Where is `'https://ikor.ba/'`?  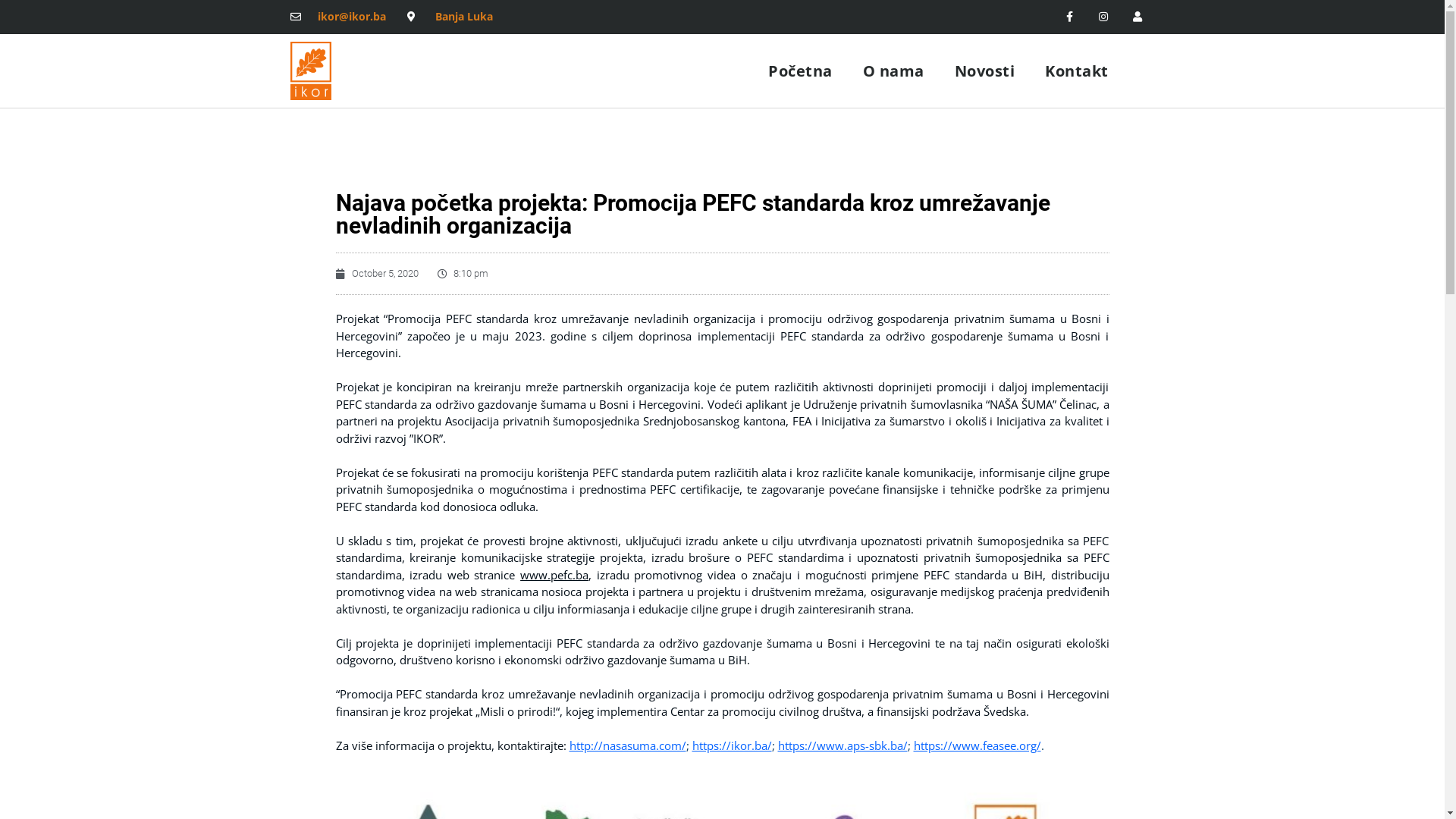
'https://ikor.ba/' is located at coordinates (731, 745).